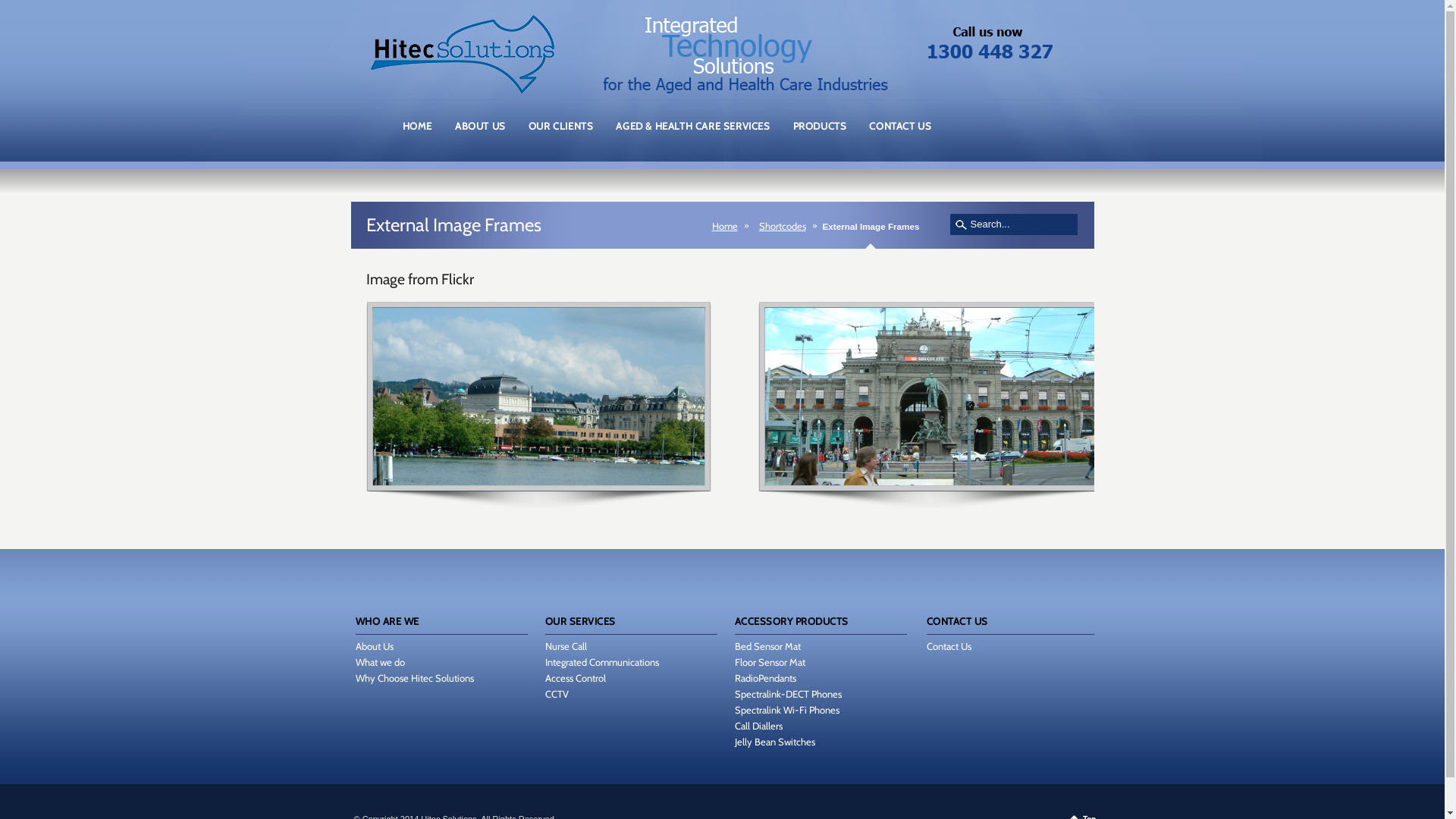 The width and height of the screenshot is (1456, 819). Describe the element at coordinates (555, 693) in the screenshot. I see `'CCTV'` at that location.